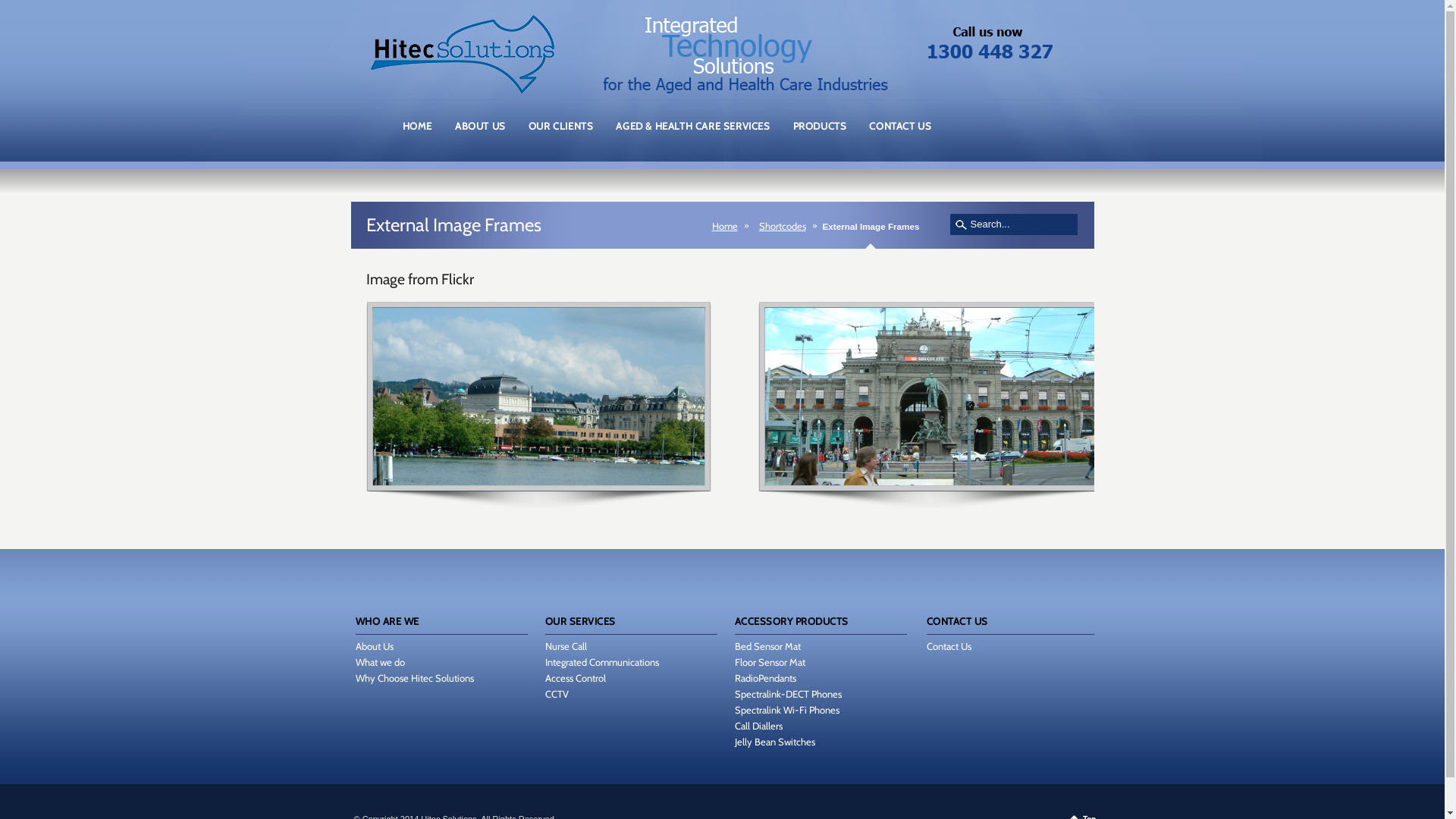 The width and height of the screenshot is (1456, 819). Describe the element at coordinates (555, 693) in the screenshot. I see `'CCTV'` at that location.